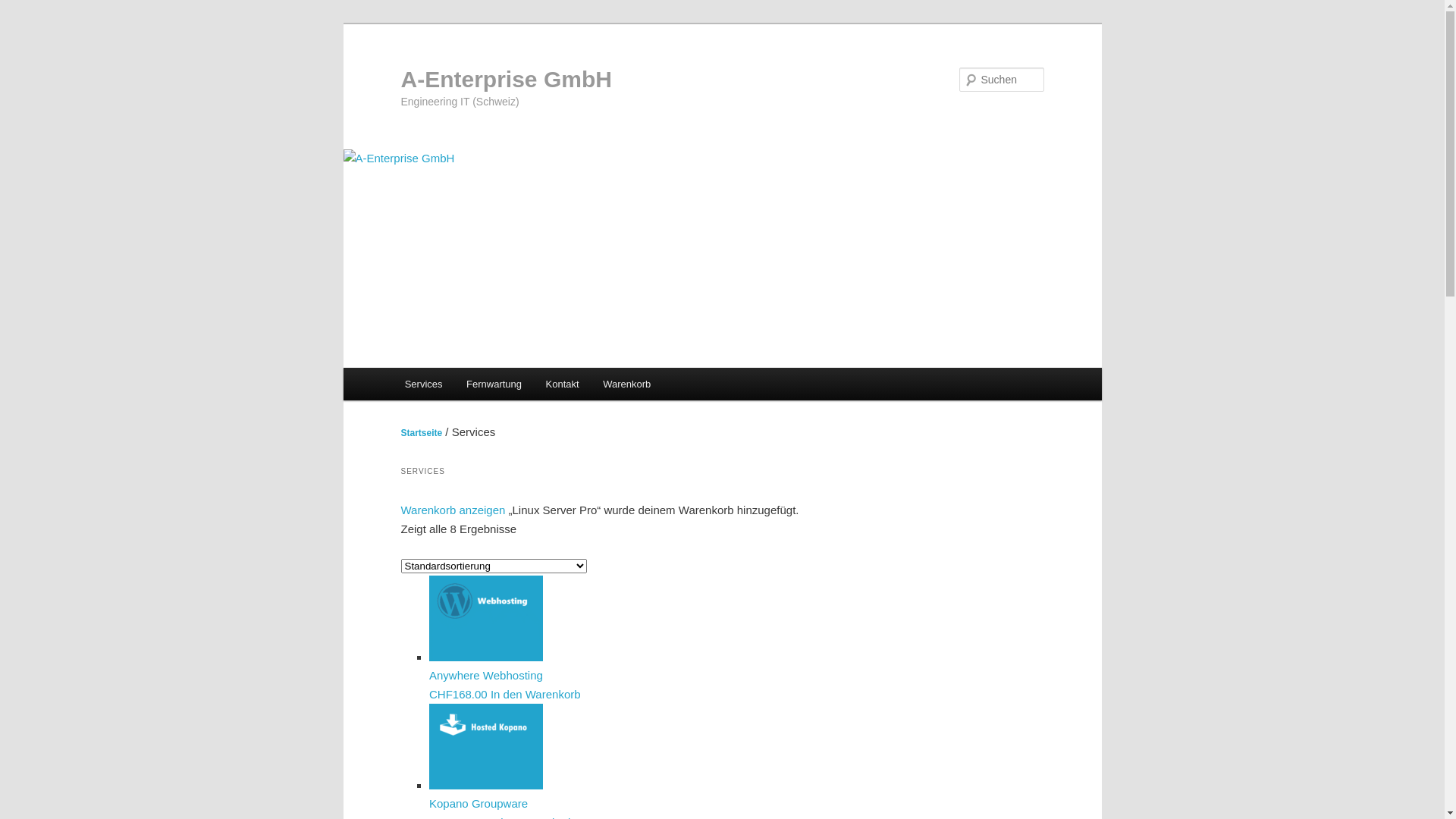 This screenshot has width=1456, height=819. Describe the element at coordinates (626, 383) in the screenshot. I see `'Warenkorb'` at that location.